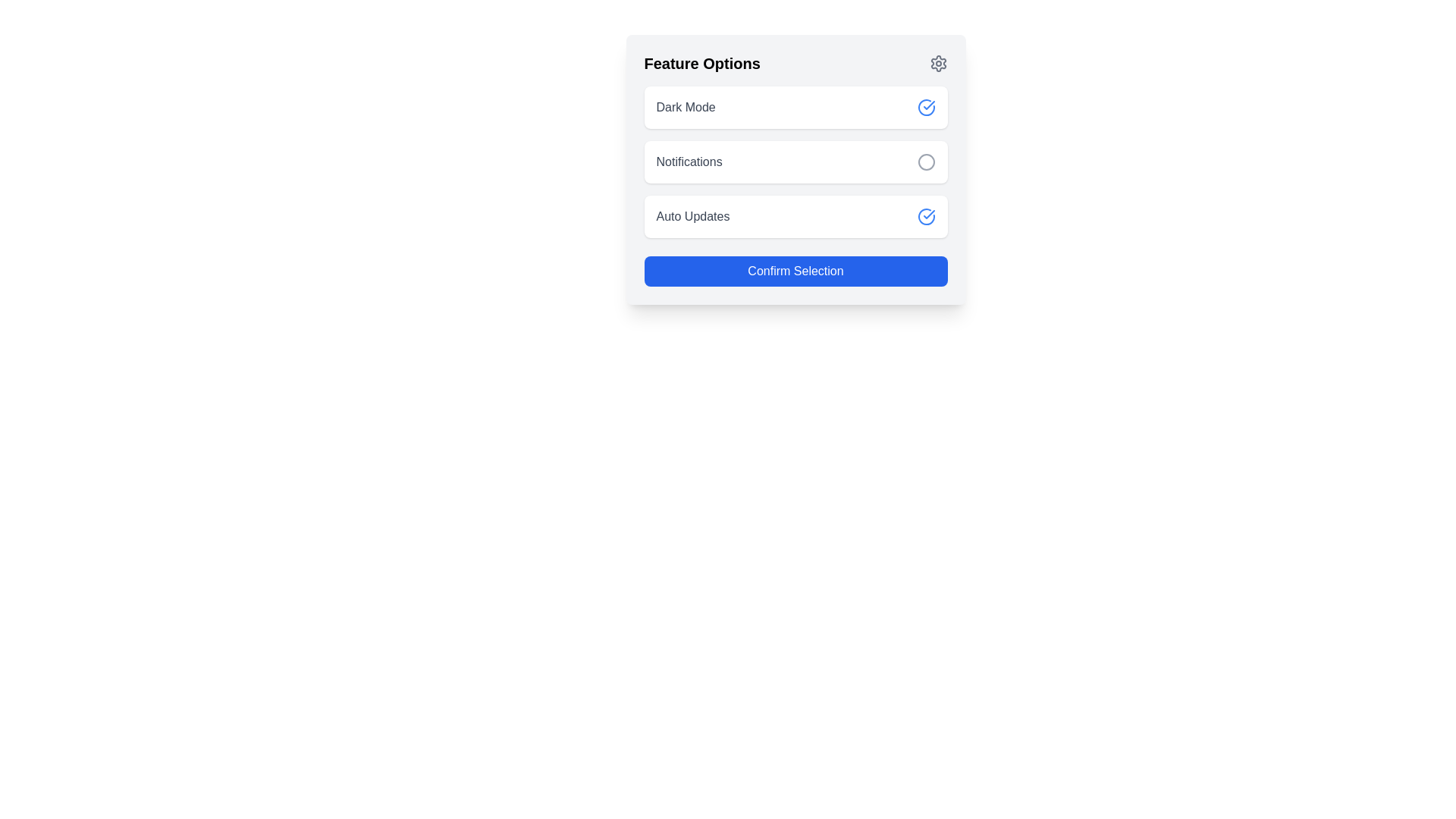  What do you see at coordinates (685, 107) in the screenshot?
I see `the 'Dark Mode' label, which is a textual label styled in medium-sized gray font located in the first option row of the selectable list under 'Feature Options'` at bounding box center [685, 107].